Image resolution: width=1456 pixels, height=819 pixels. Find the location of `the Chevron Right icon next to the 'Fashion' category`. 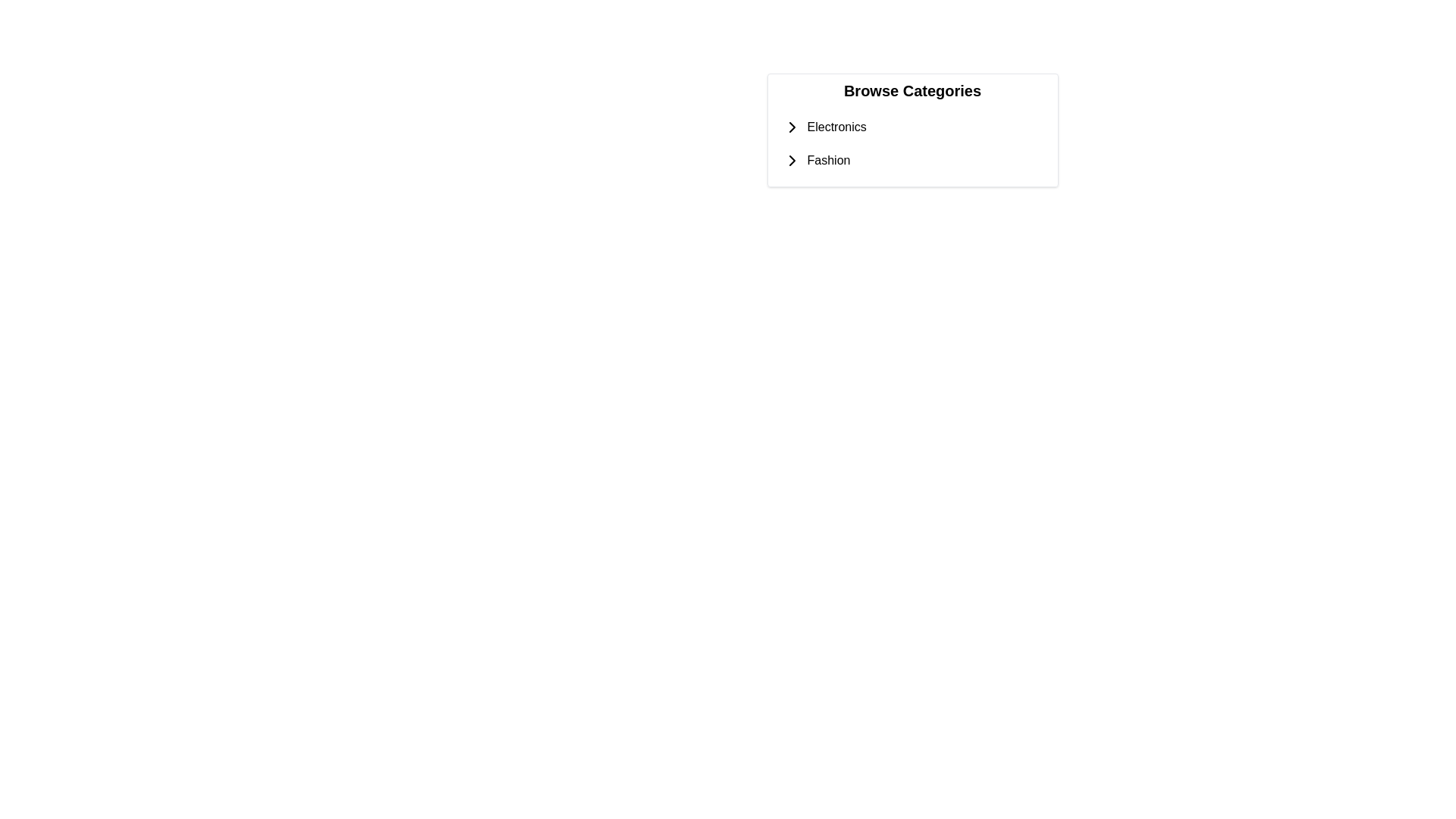

the Chevron Right icon next to the 'Fashion' category is located at coordinates (791, 161).